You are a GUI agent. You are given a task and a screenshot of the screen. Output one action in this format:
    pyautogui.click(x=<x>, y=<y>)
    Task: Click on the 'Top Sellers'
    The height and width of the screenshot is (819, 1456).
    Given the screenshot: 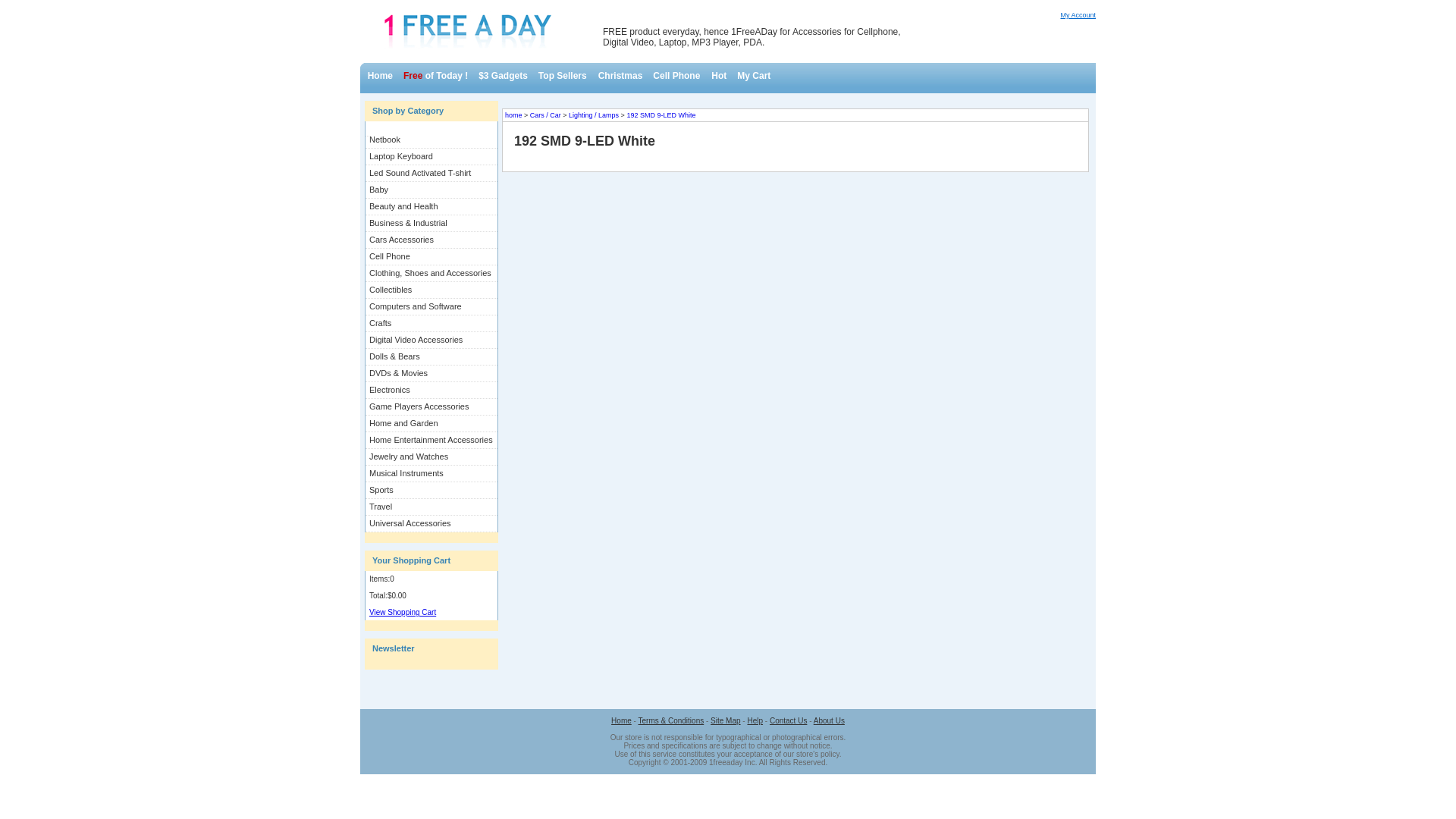 What is the action you would take?
    pyautogui.click(x=562, y=76)
    